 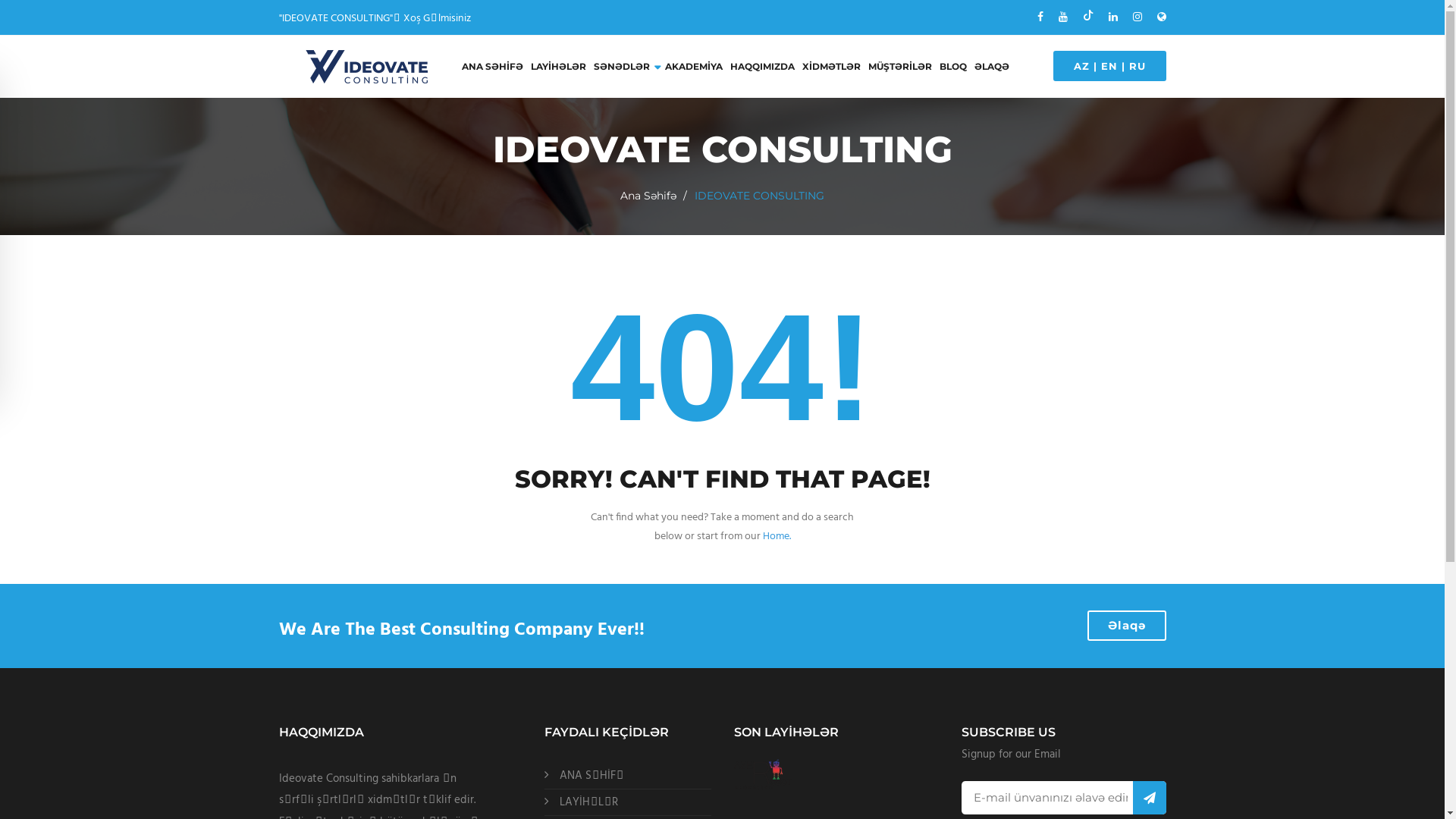 What do you see at coordinates (1137, 17) in the screenshot?
I see `'instagram'` at bounding box center [1137, 17].